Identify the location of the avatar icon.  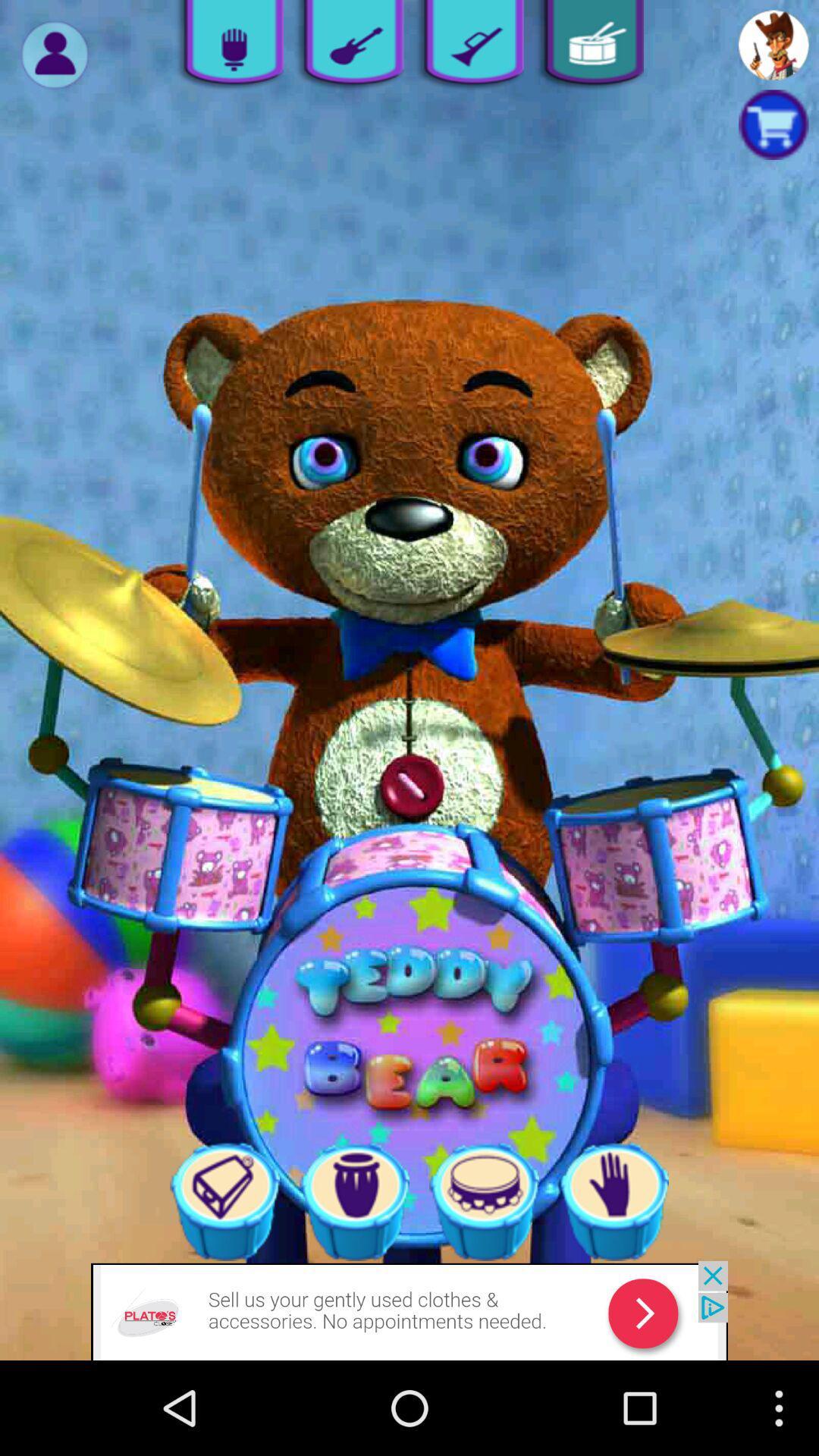
(773, 48).